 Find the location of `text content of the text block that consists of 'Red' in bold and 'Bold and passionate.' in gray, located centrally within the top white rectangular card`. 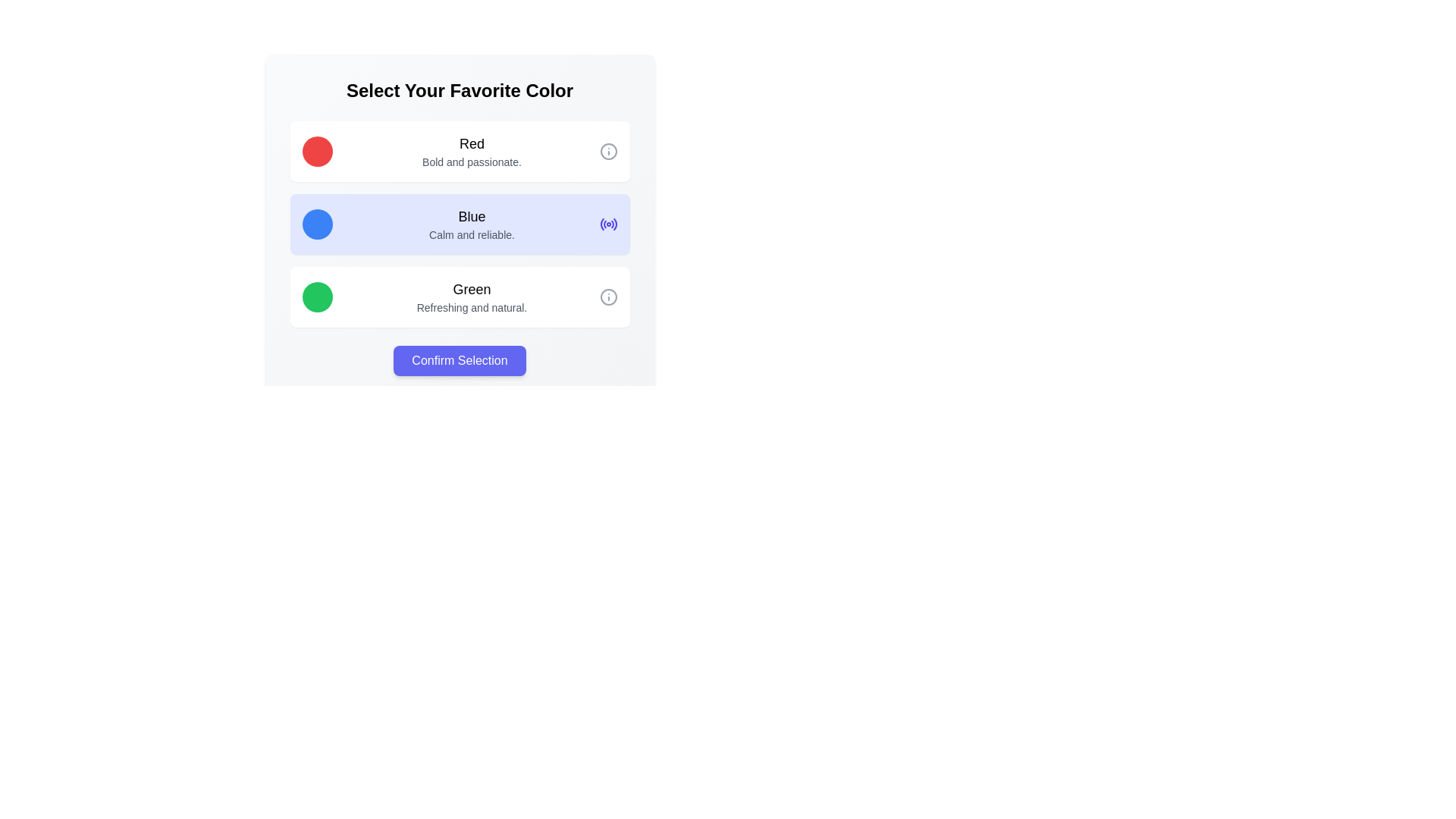

text content of the text block that consists of 'Red' in bold and 'Bold and passionate.' in gray, located centrally within the top white rectangular card is located at coordinates (471, 152).